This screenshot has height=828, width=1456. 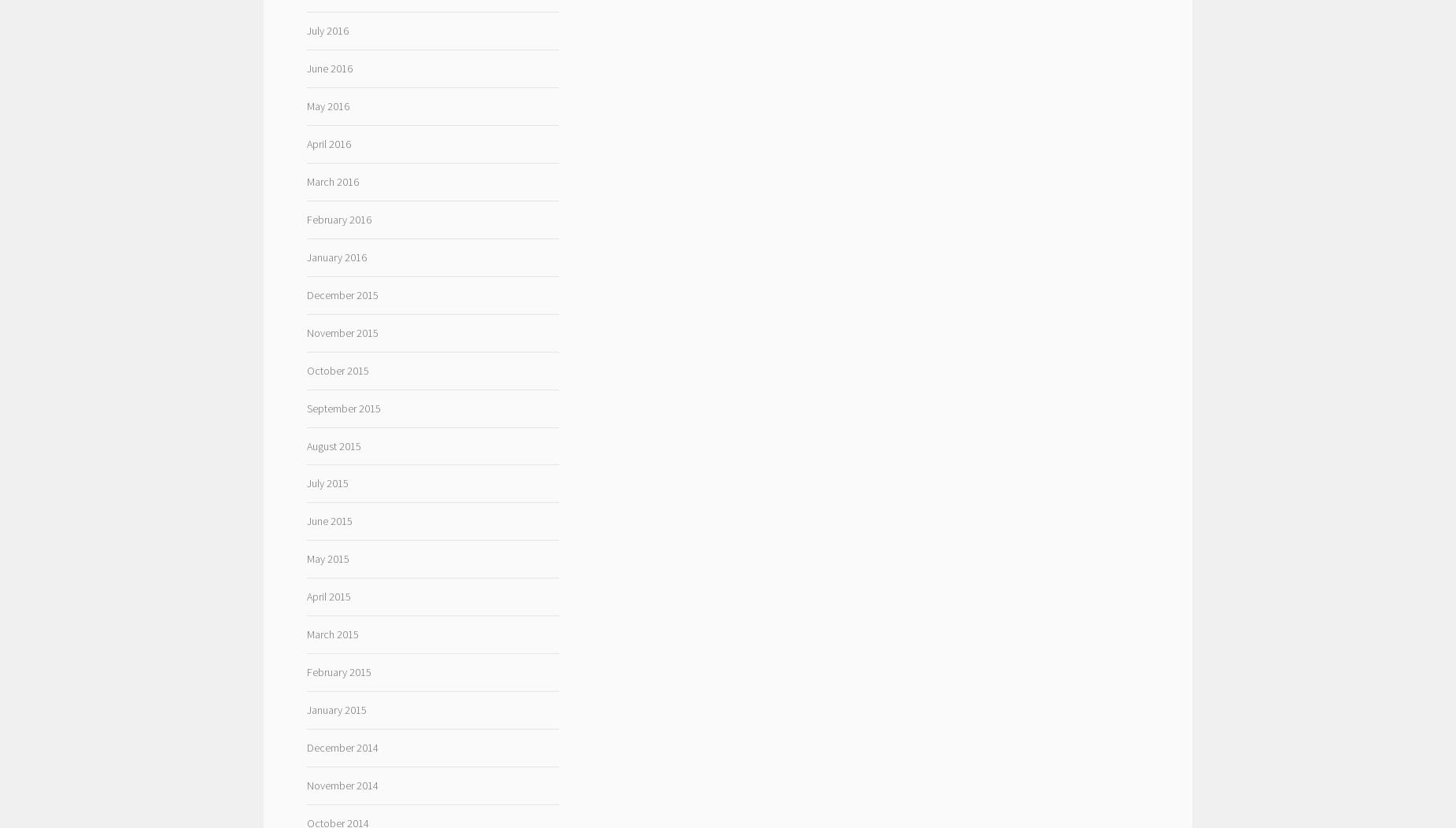 I want to click on 'July 2015', so click(x=326, y=483).